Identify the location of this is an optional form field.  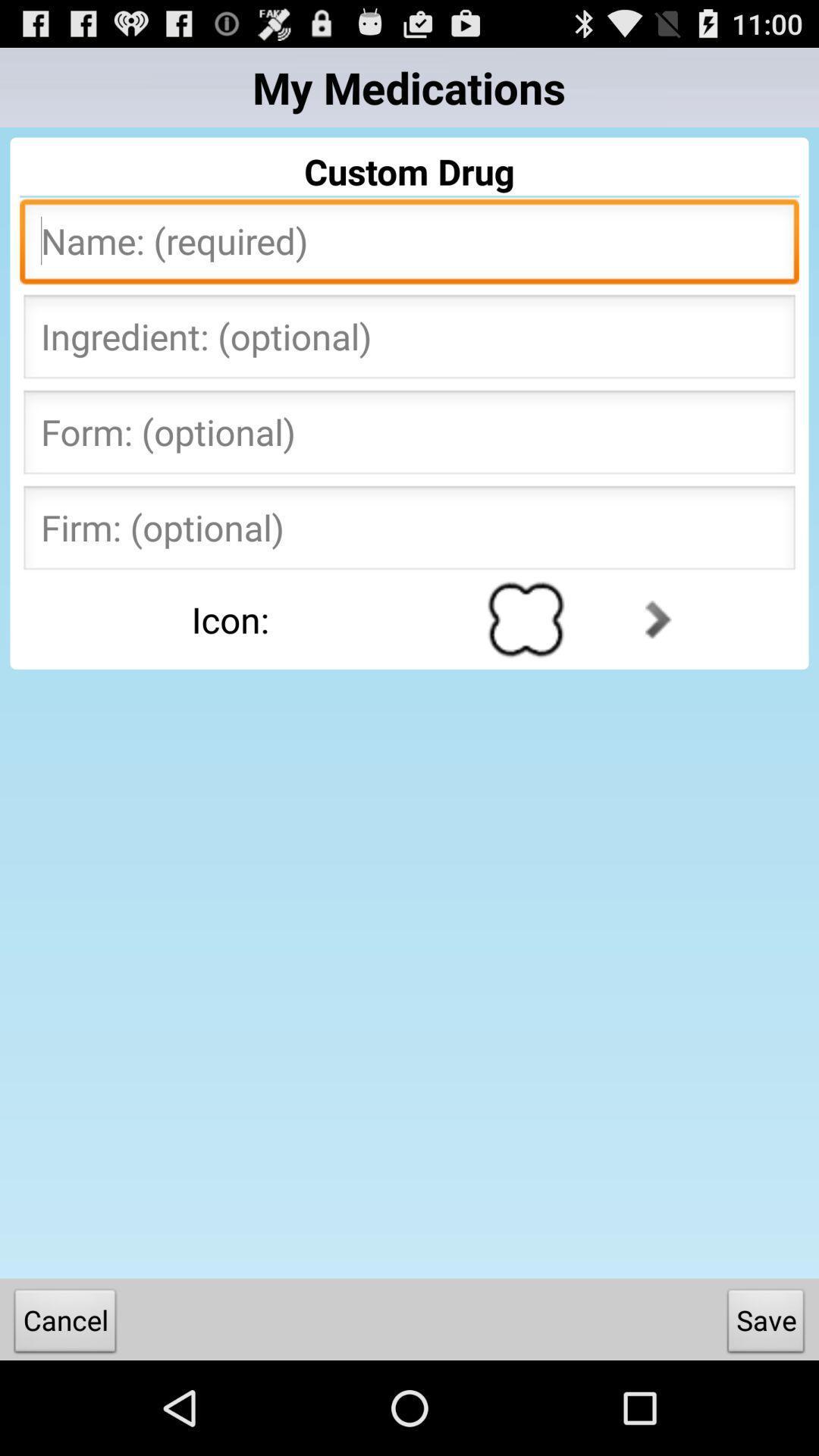
(409, 436).